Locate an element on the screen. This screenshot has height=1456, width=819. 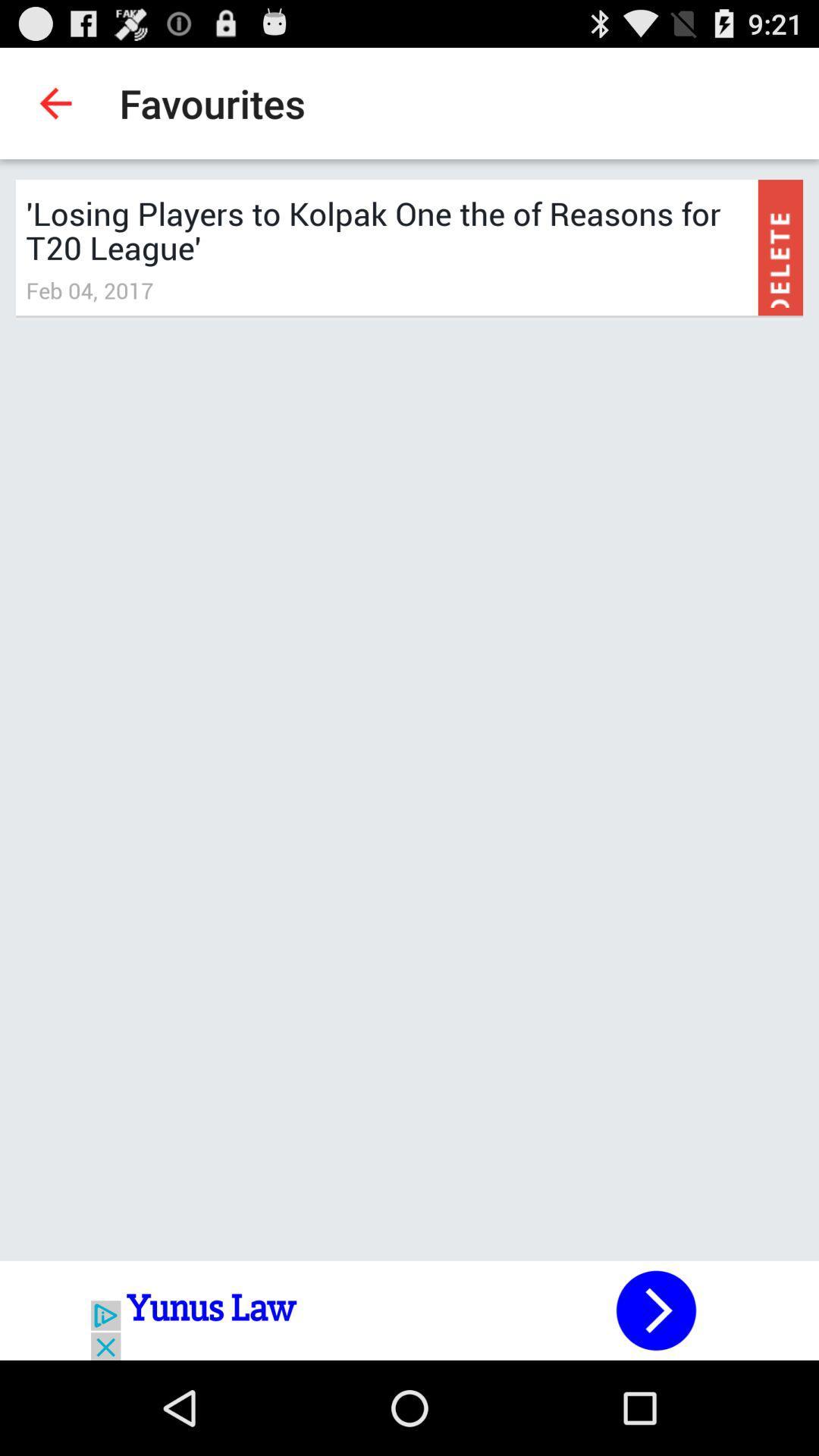
banner is located at coordinates (409, 1310).